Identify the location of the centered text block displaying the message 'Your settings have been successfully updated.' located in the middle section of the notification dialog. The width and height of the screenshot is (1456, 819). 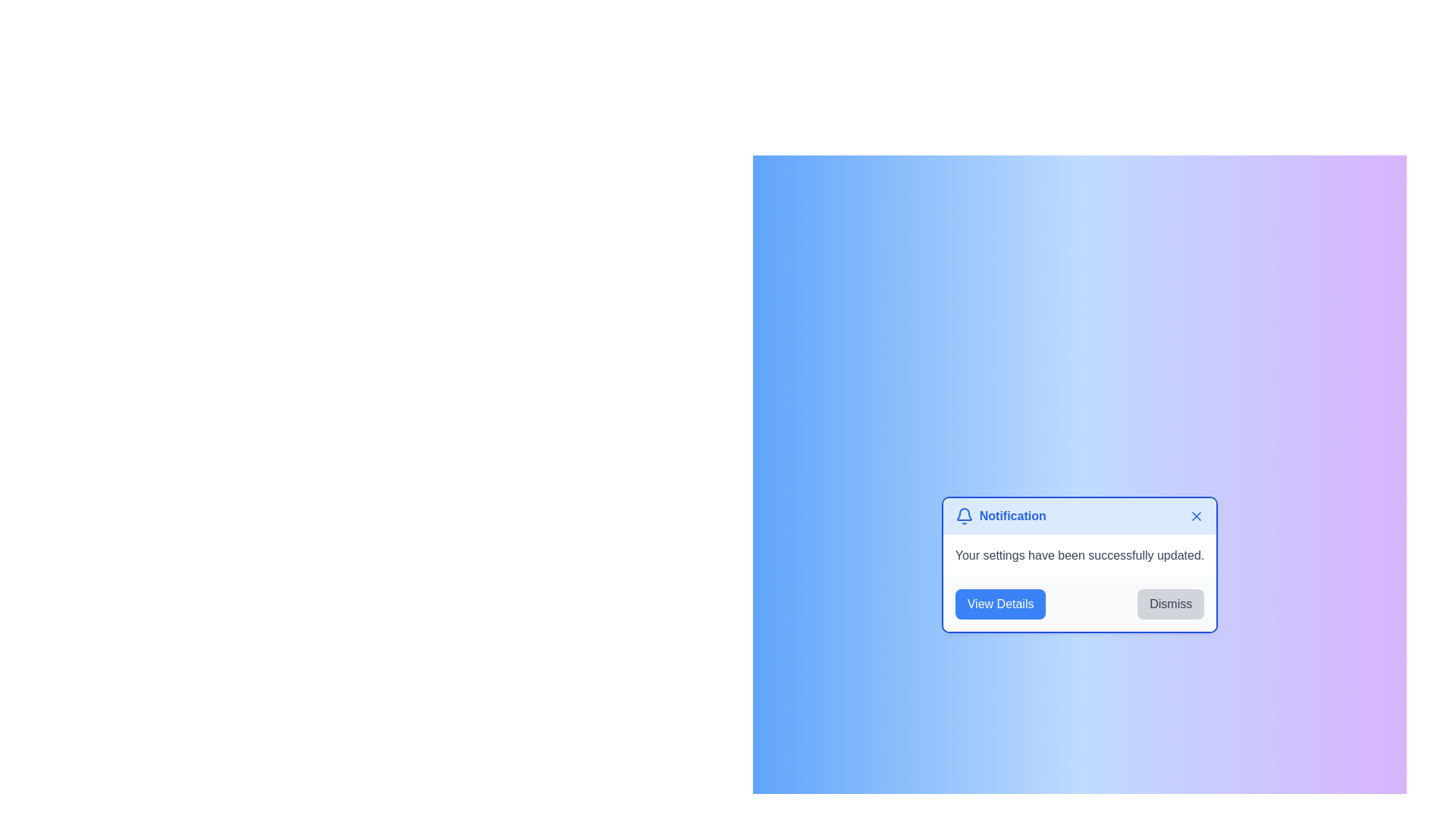
(1079, 555).